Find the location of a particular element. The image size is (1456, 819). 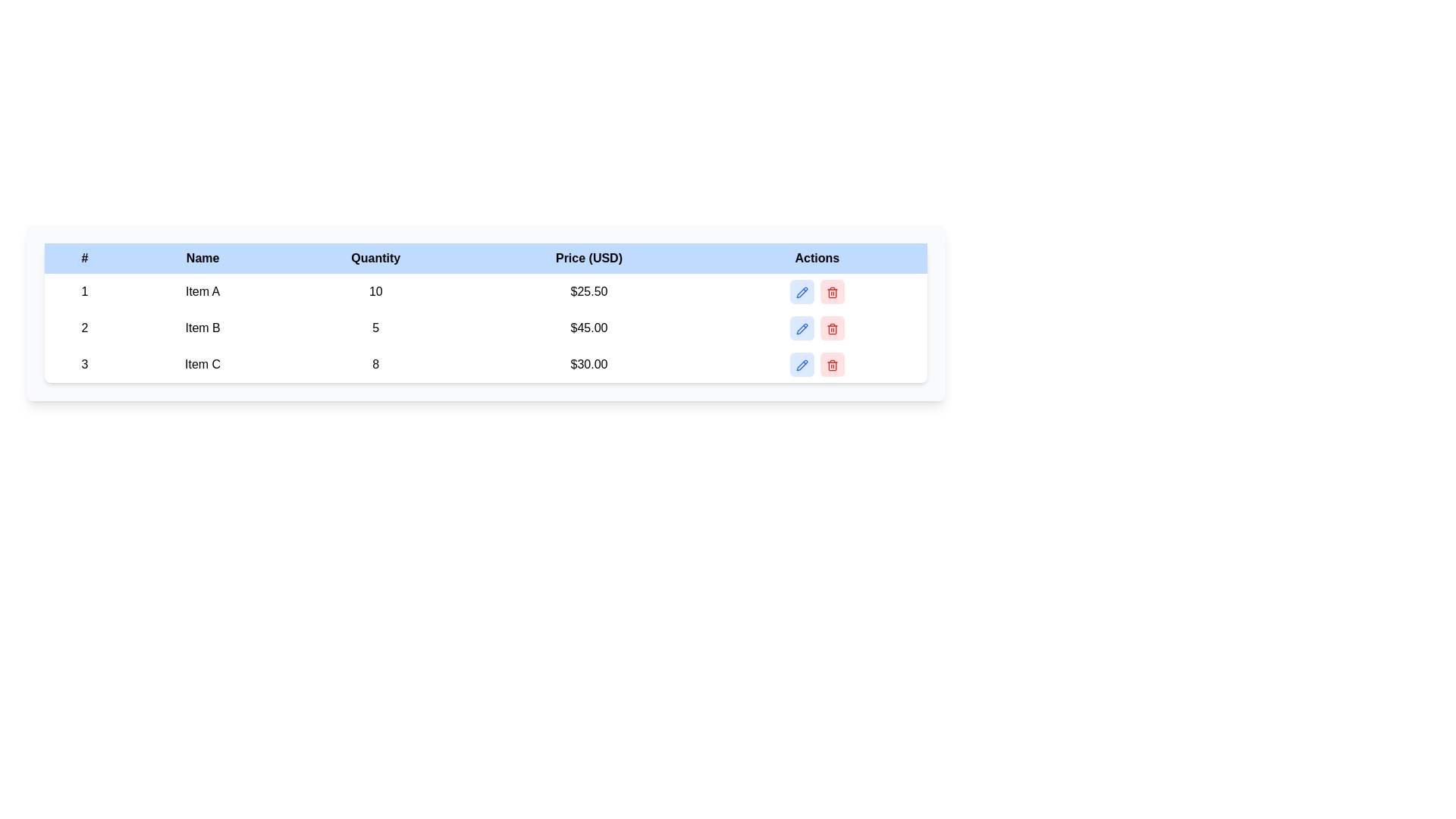

the text label representing the product name in the second row of the table under the 'Name' column is located at coordinates (202, 327).